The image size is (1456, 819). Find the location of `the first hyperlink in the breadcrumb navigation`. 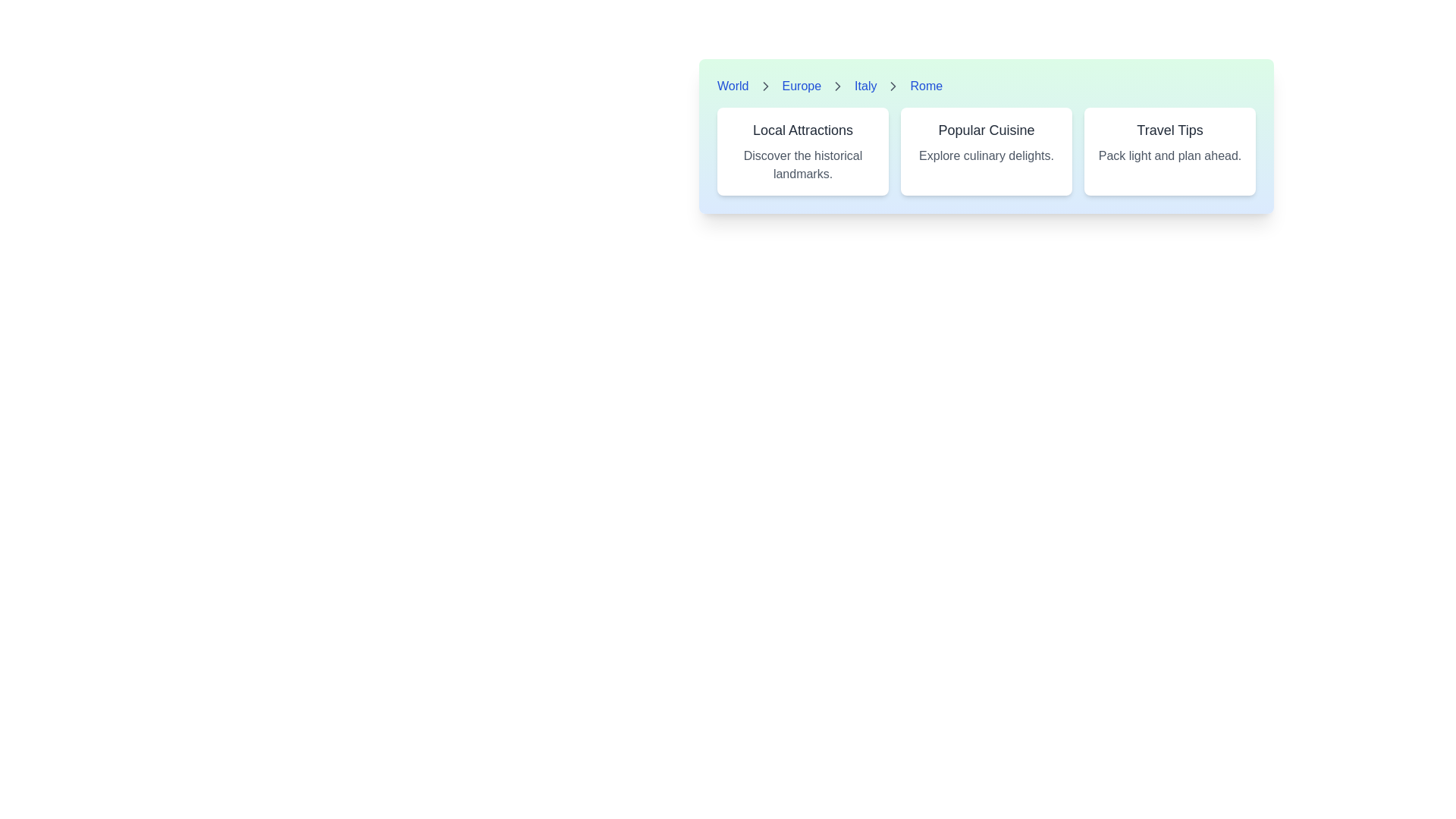

the first hyperlink in the breadcrumb navigation is located at coordinates (733, 86).